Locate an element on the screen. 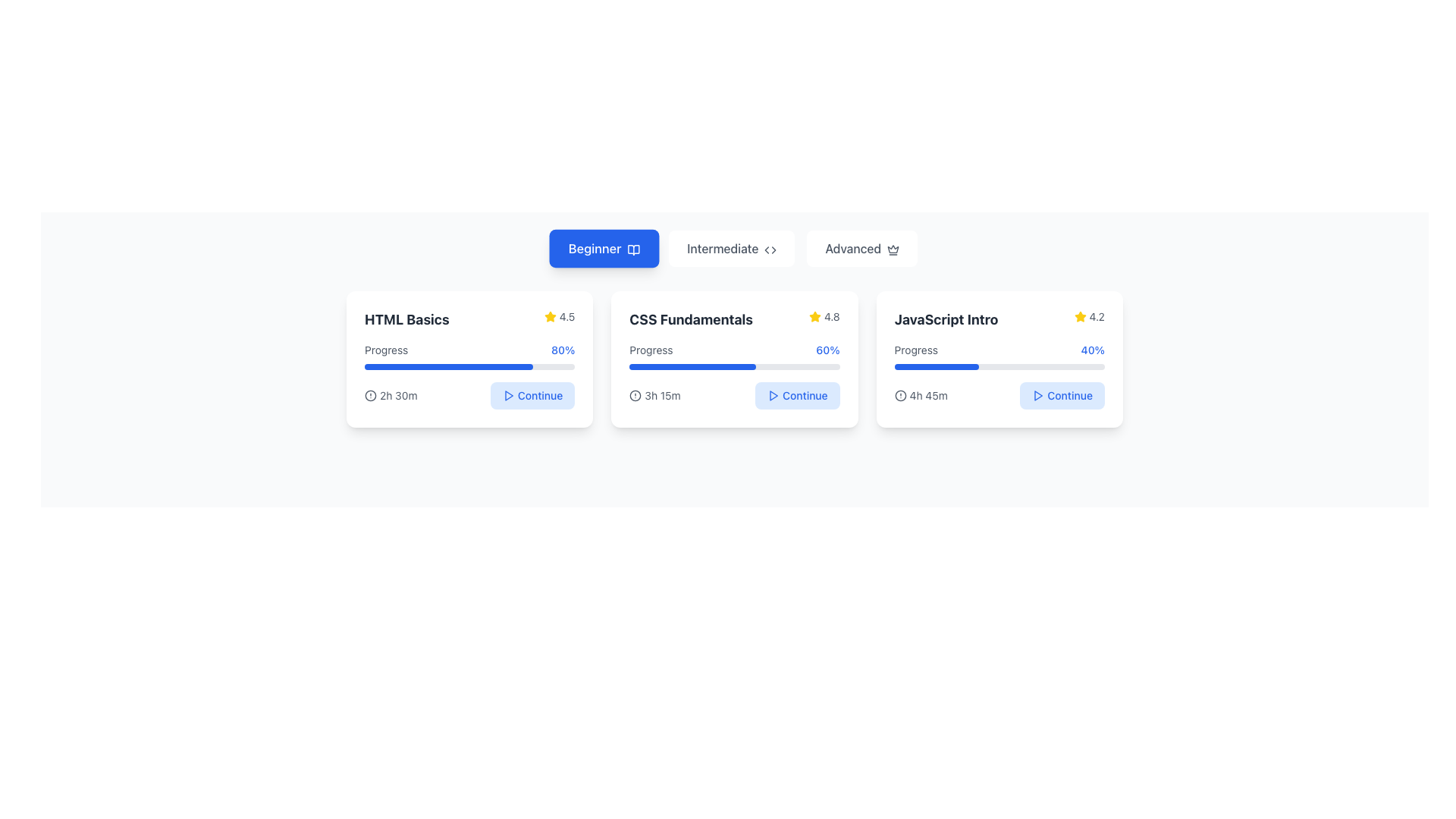 The width and height of the screenshot is (1456, 819). the 'Intermediate' button which has a white background and gray text, positioned between the 'Beginner' and 'Advanced' buttons, to emphasize or trigger a tooltip is located at coordinates (732, 247).